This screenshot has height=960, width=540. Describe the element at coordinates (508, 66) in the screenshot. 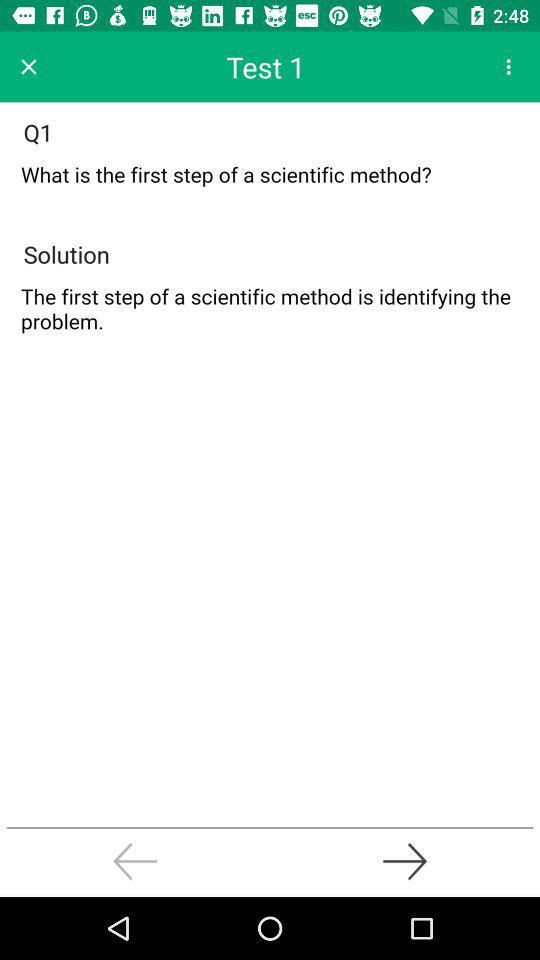

I see `the more icon` at that location.